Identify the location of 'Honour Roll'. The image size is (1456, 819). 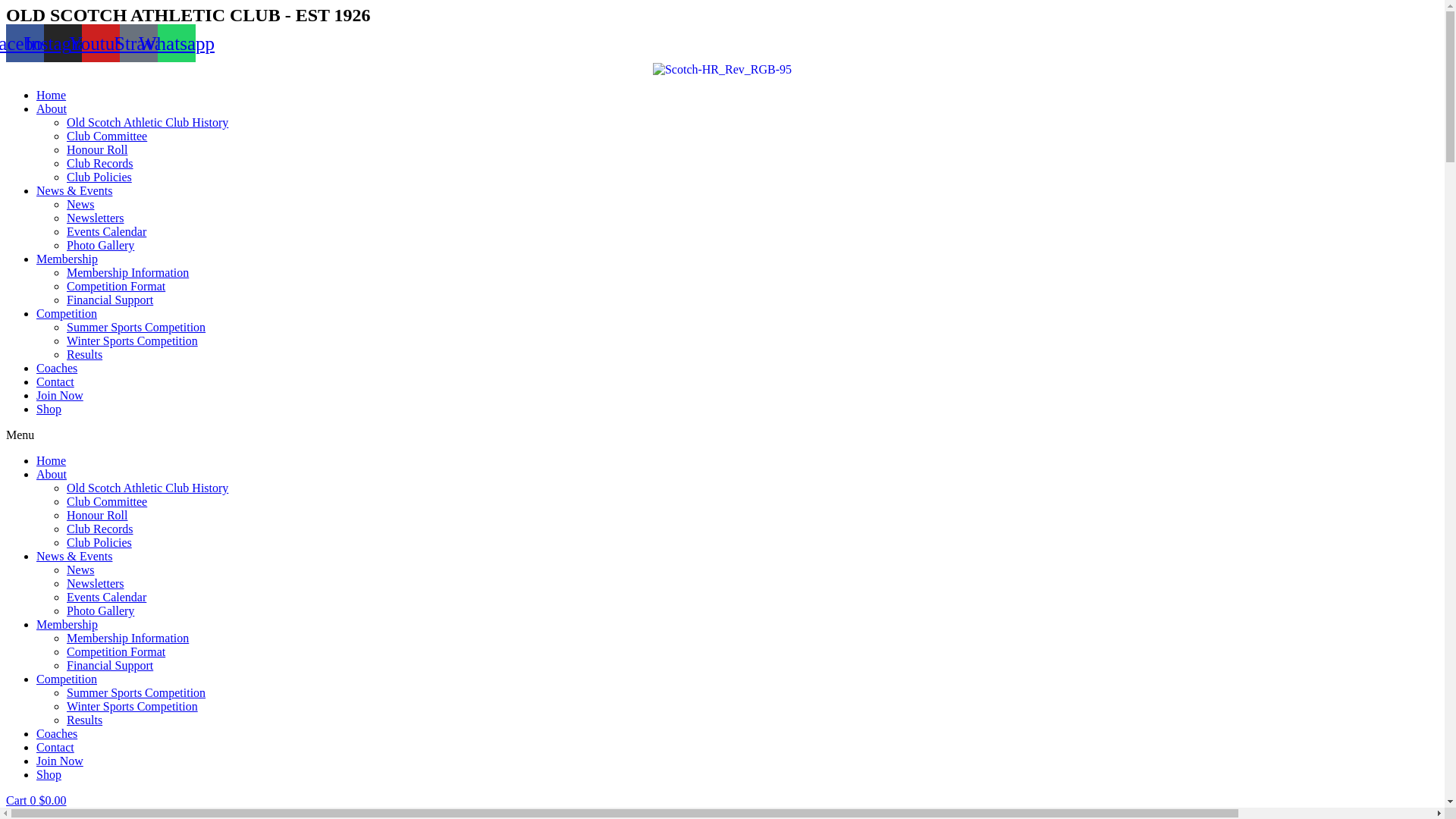
(96, 149).